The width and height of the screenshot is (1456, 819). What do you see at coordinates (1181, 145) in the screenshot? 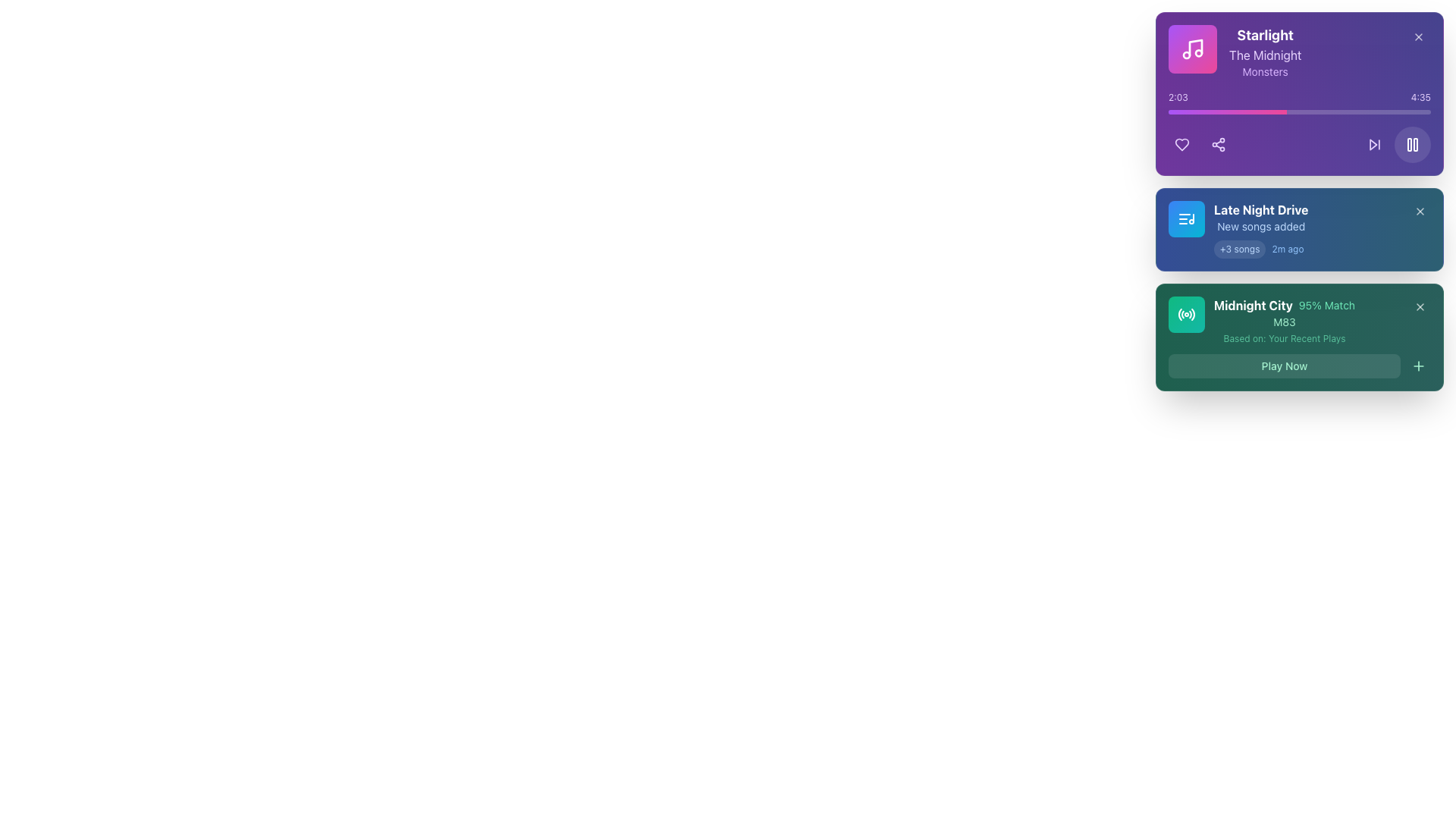
I see `the heart icon located in the bottom-left corner of the 'Starlight' card to mark the associated song as a favorite` at bounding box center [1181, 145].